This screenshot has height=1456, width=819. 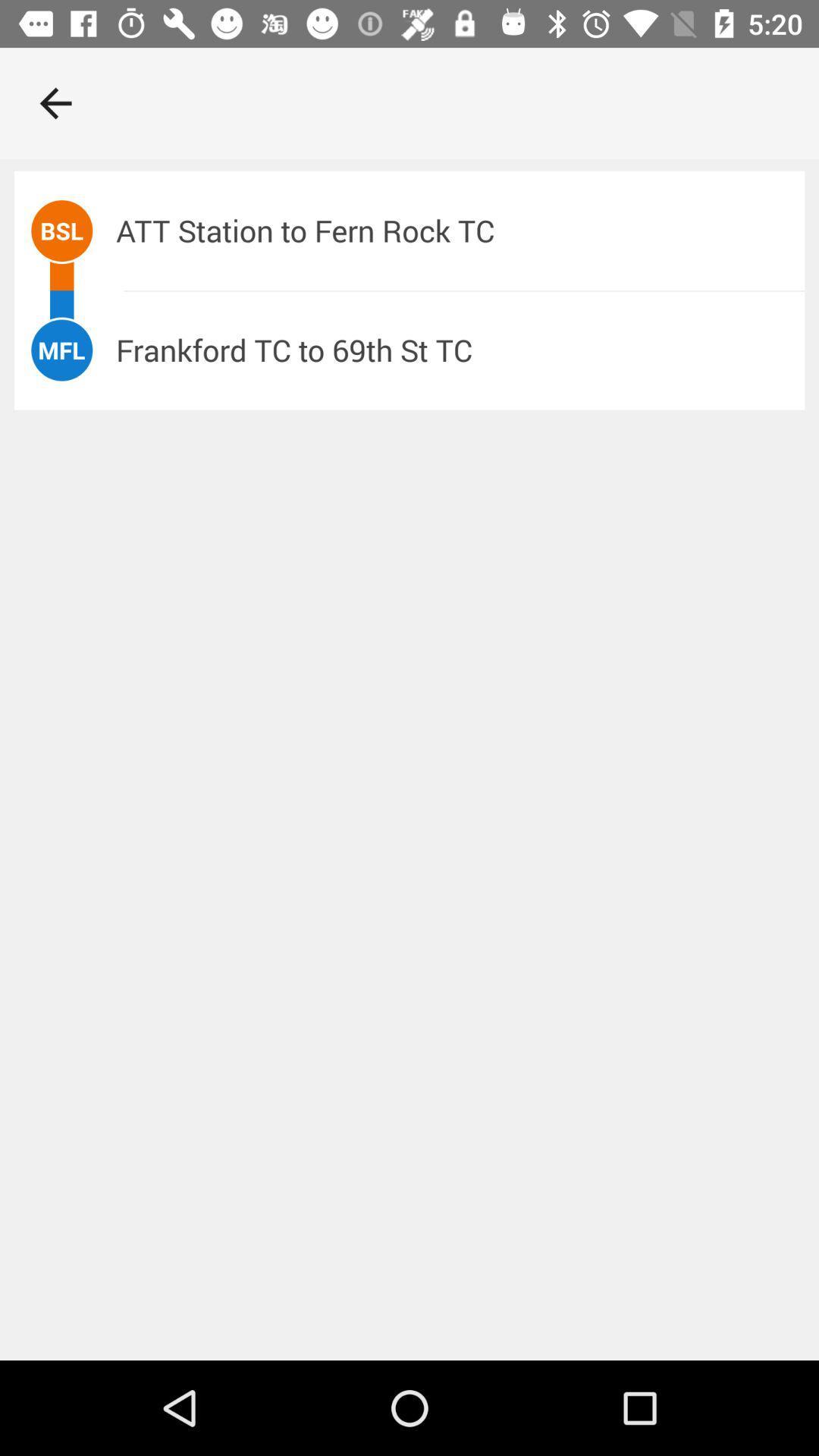 What do you see at coordinates (61, 230) in the screenshot?
I see `bsl icon` at bounding box center [61, 230].